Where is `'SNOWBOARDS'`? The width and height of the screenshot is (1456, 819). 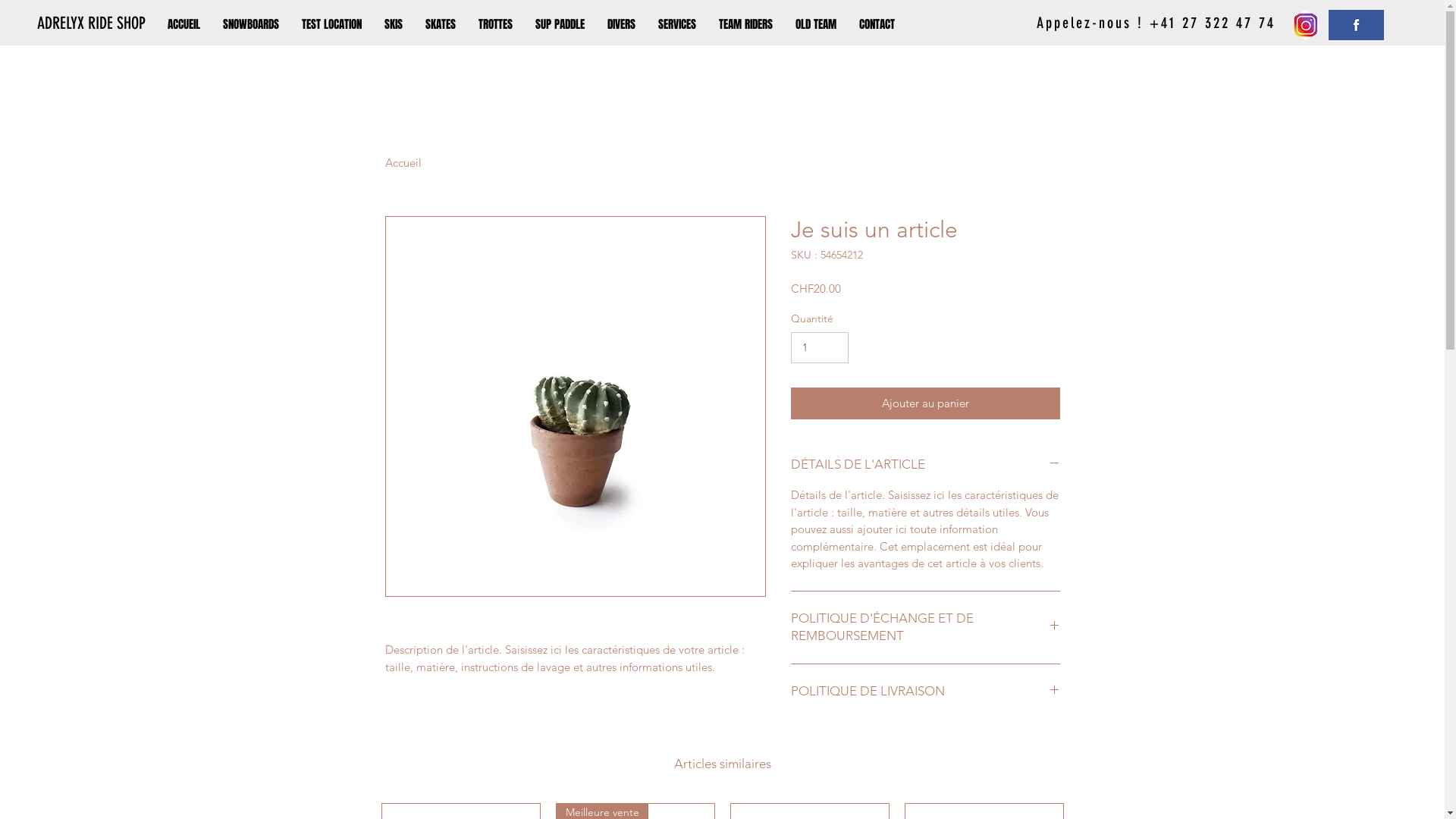 'SNOWBOARDS' is located at coordinates (251, 24).